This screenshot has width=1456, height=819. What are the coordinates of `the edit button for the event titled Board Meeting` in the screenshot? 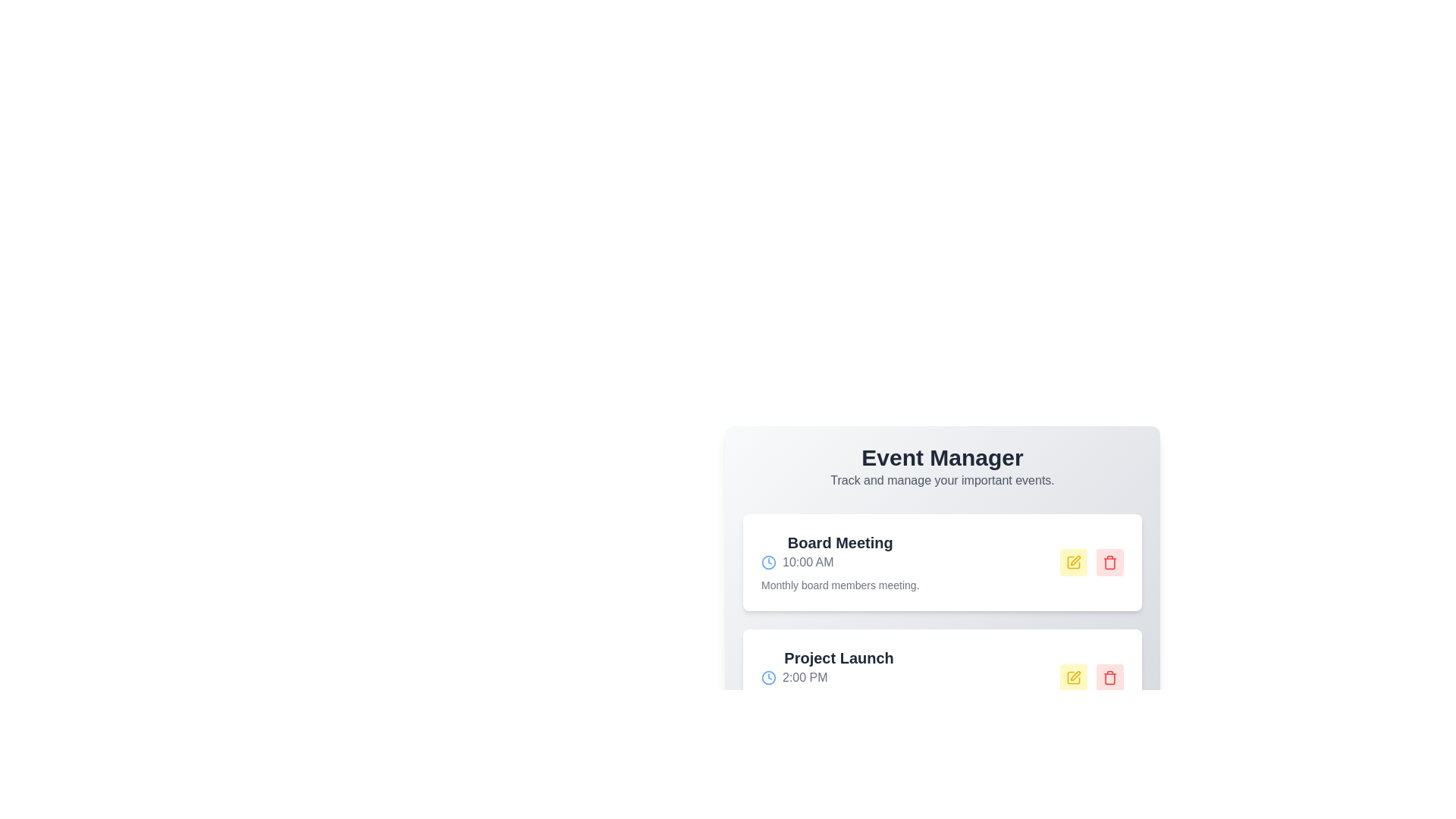 It's located at (1073, 562).